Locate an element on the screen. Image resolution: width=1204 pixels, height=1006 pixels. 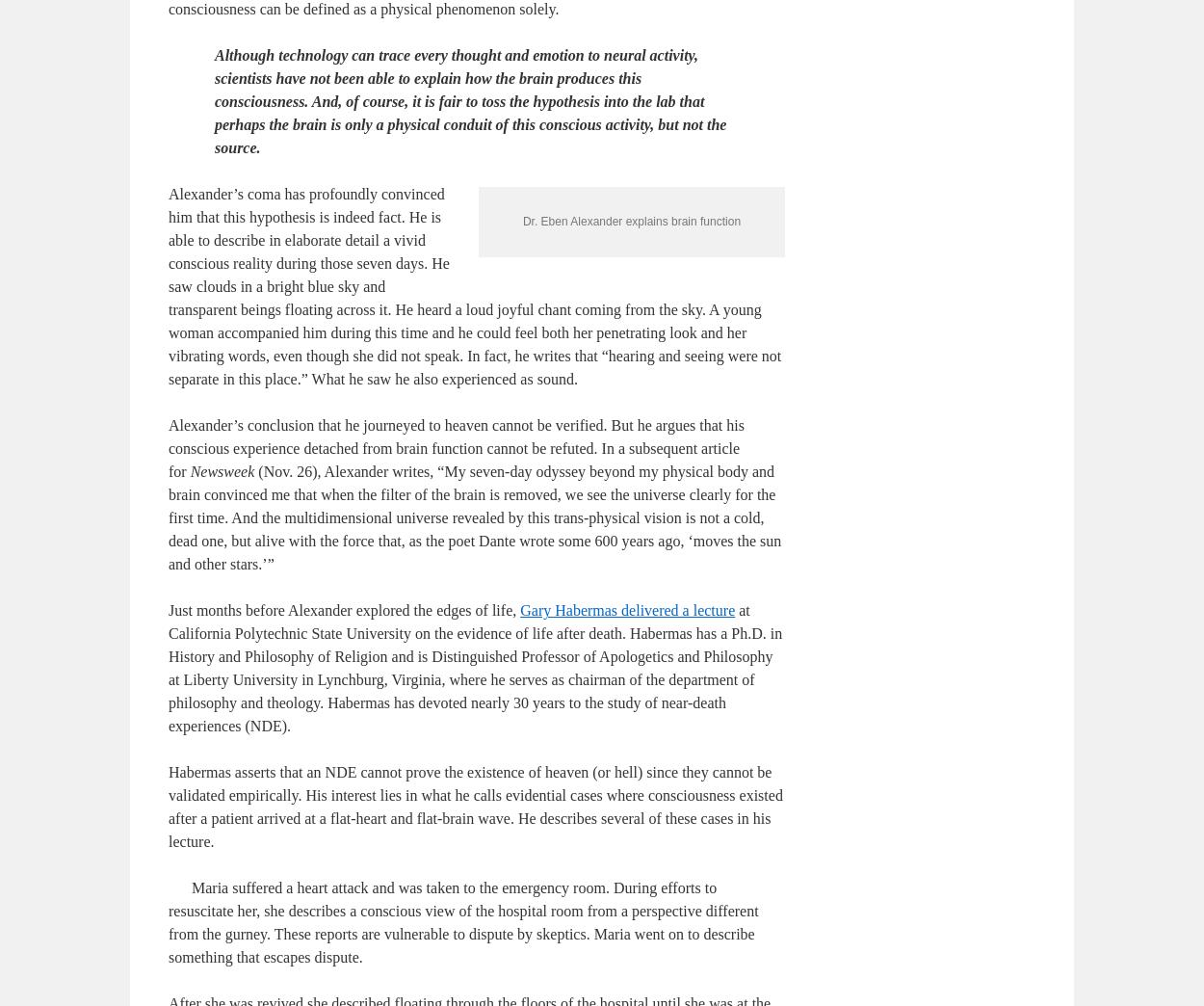
'The overwhelming majority in the scientific community argues that the brain alone produces all conscious activity. Significant advances in technology have fortified these materialists’ belief that consciousness can be defined as a physical phenomenon solely.' is located at coordinates (468, 78).